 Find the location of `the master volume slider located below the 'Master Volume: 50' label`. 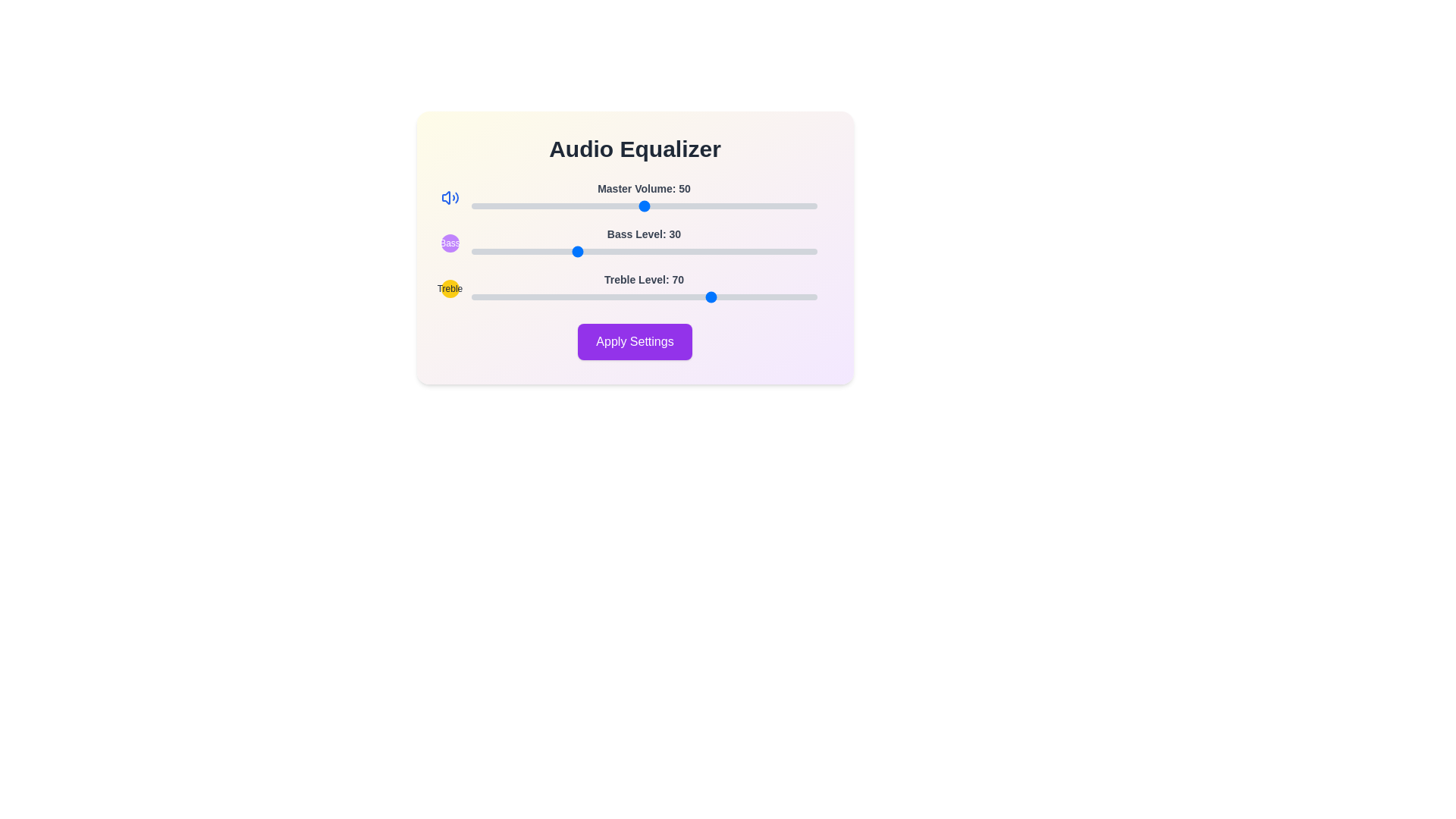

the master volume slider located below the 'Master Volume: 50' label is located at coordinates (644, 206).